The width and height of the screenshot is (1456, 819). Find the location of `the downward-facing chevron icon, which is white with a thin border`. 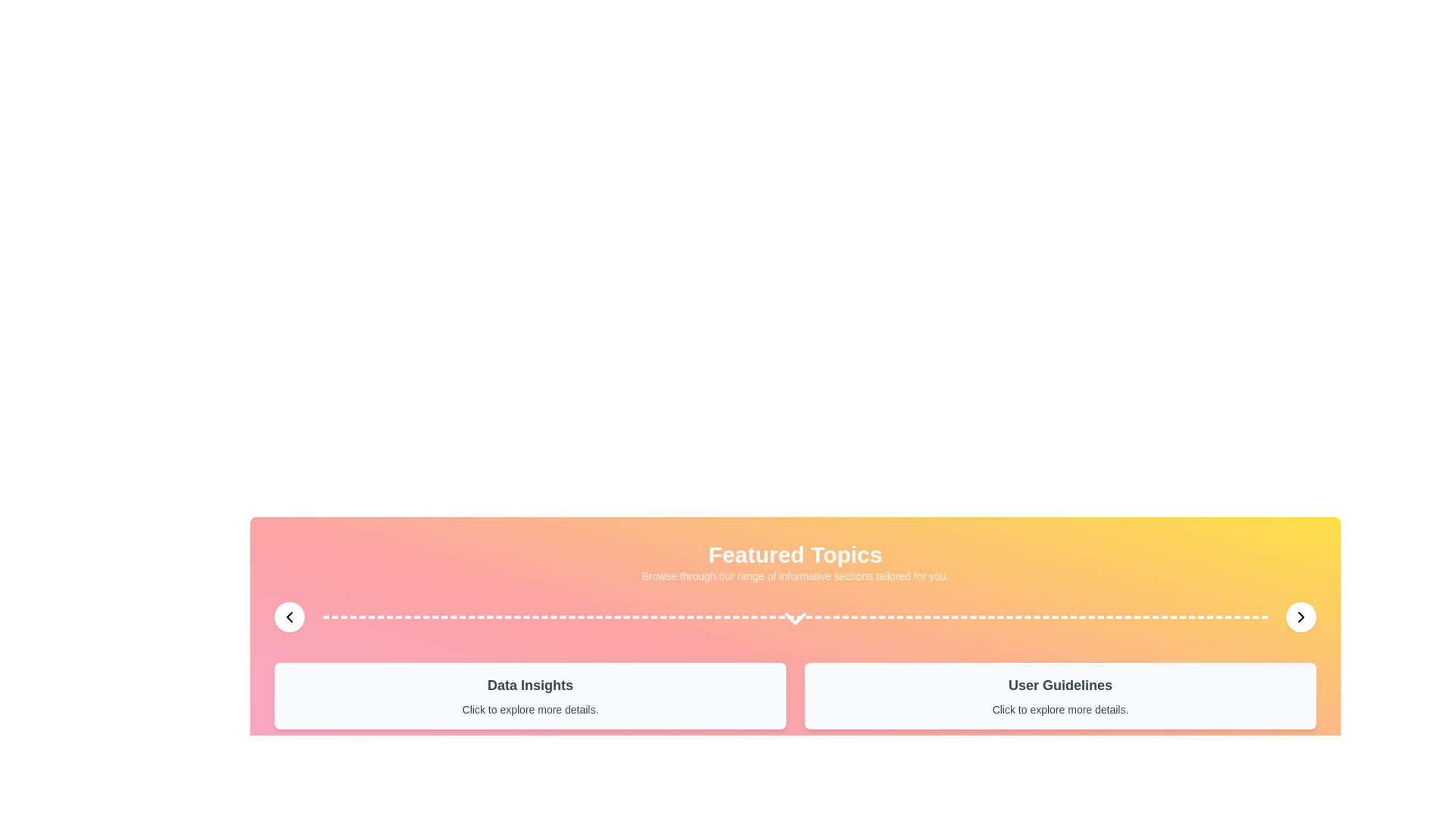

the downward-facing chevron icon, which is white with a thin border is located at coordinates (795, 619).